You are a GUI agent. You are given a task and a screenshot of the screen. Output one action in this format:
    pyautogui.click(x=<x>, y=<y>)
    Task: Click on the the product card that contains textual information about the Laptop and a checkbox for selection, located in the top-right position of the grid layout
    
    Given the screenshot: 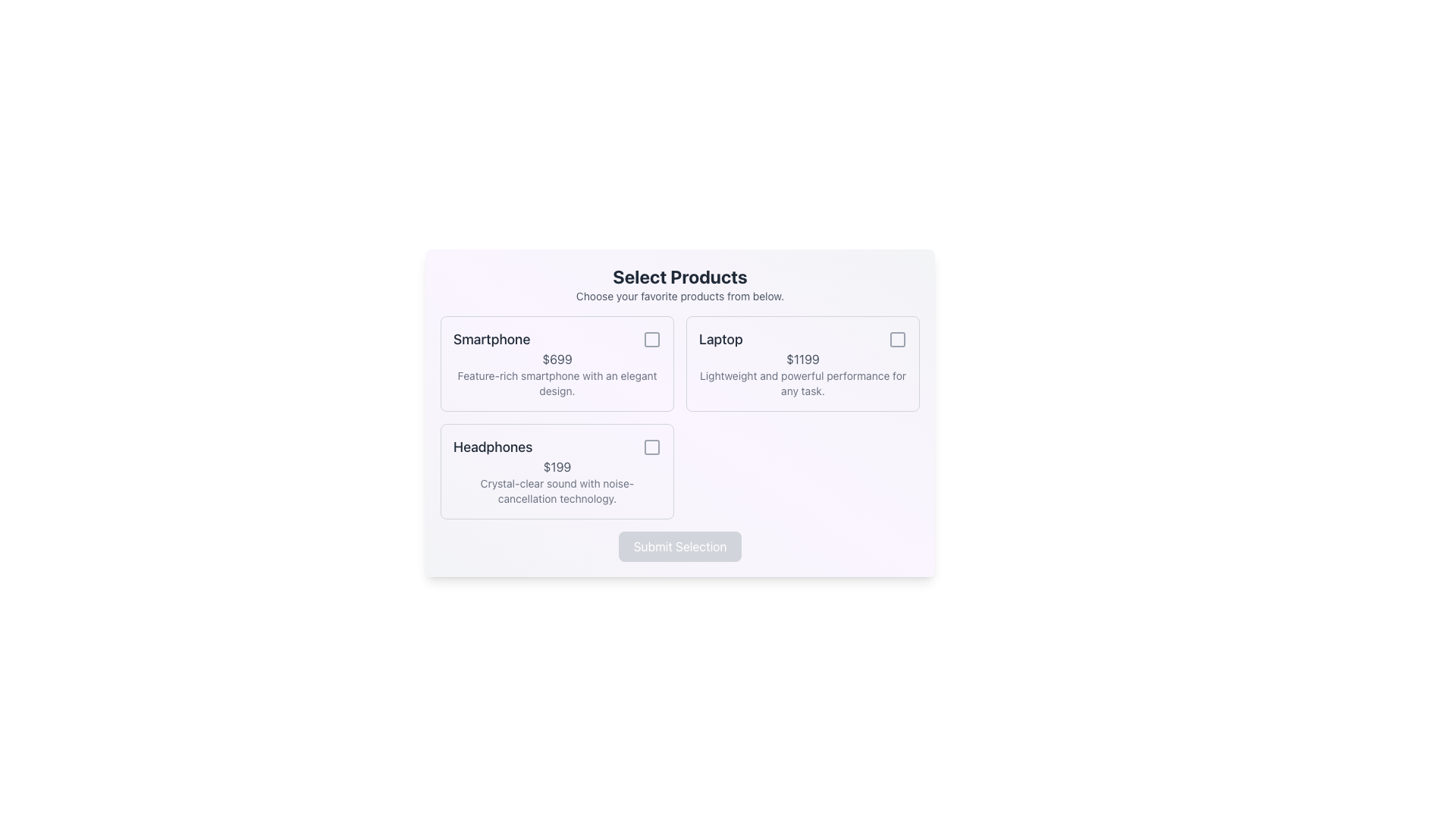 What is the action you would take?
    pyautogui.click(x=802, y=363)
    